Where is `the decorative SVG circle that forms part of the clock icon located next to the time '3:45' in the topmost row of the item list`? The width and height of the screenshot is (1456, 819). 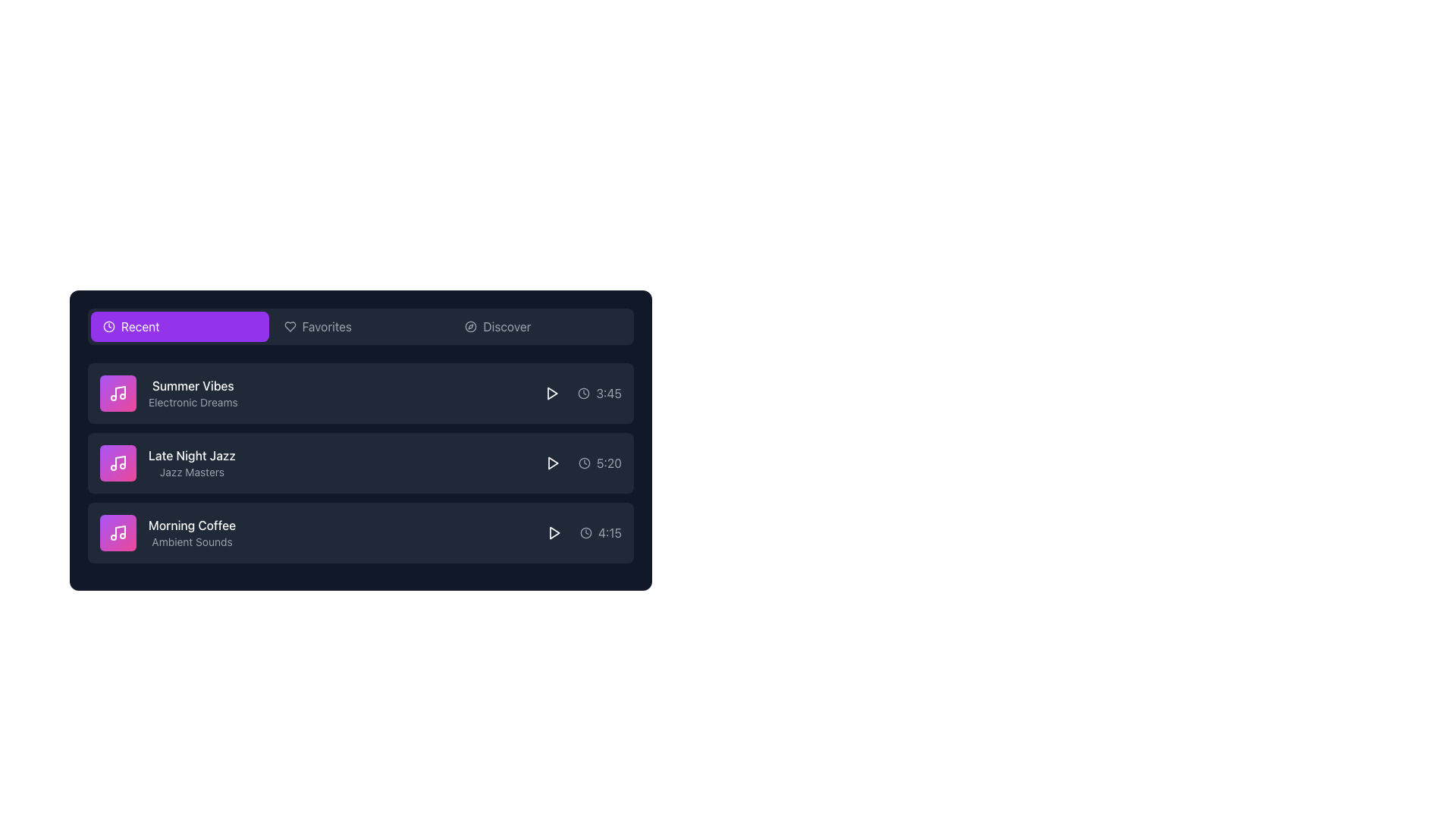 the decorative SVG circle that forms part of the clock icon located next to the time '3:45' in the topmost row of the item list is located at coordinates (583, 393).